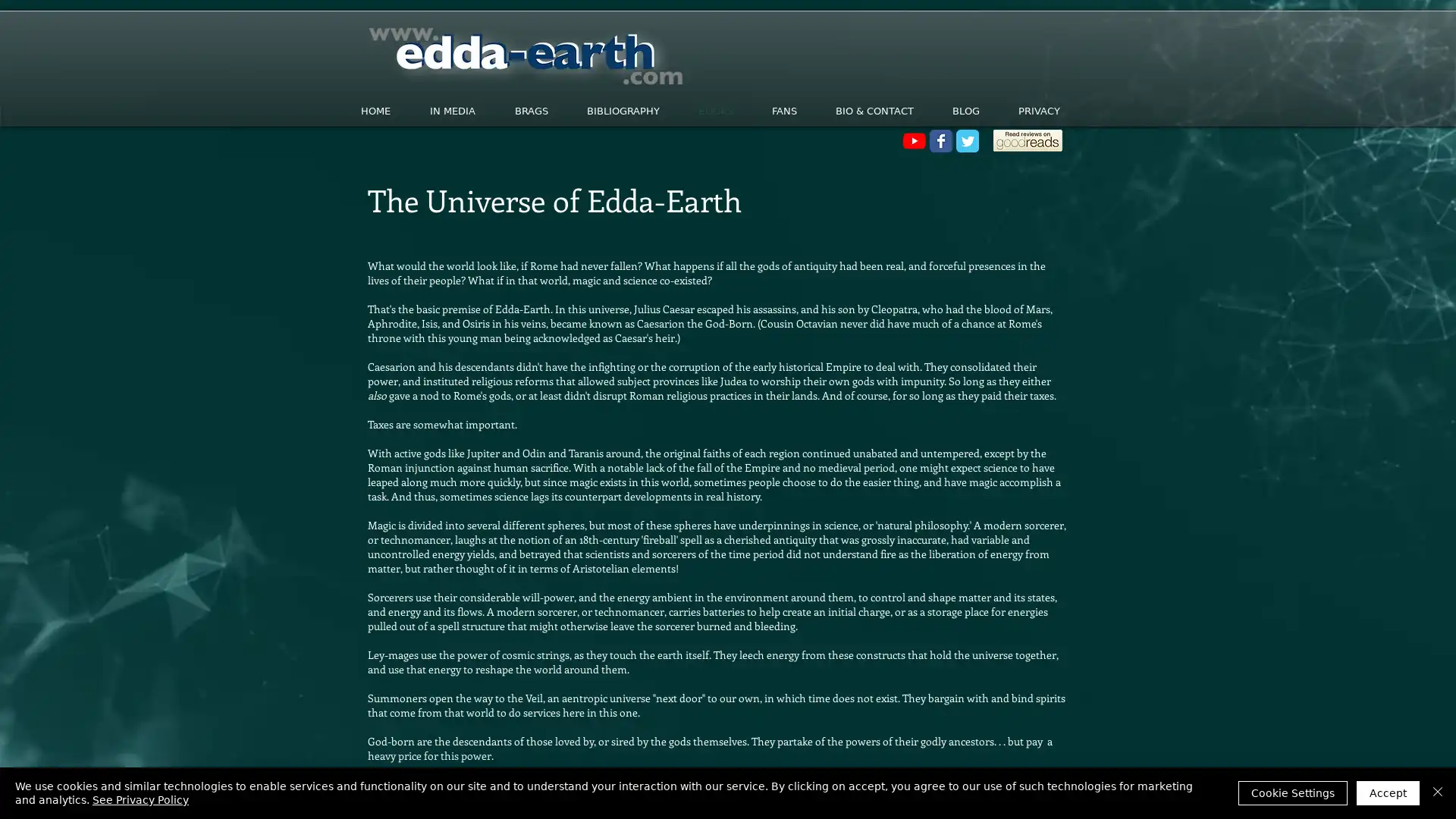 The width and height of the screenshot is (1456, 819). I want to click on Accept, so click(1388, 792).